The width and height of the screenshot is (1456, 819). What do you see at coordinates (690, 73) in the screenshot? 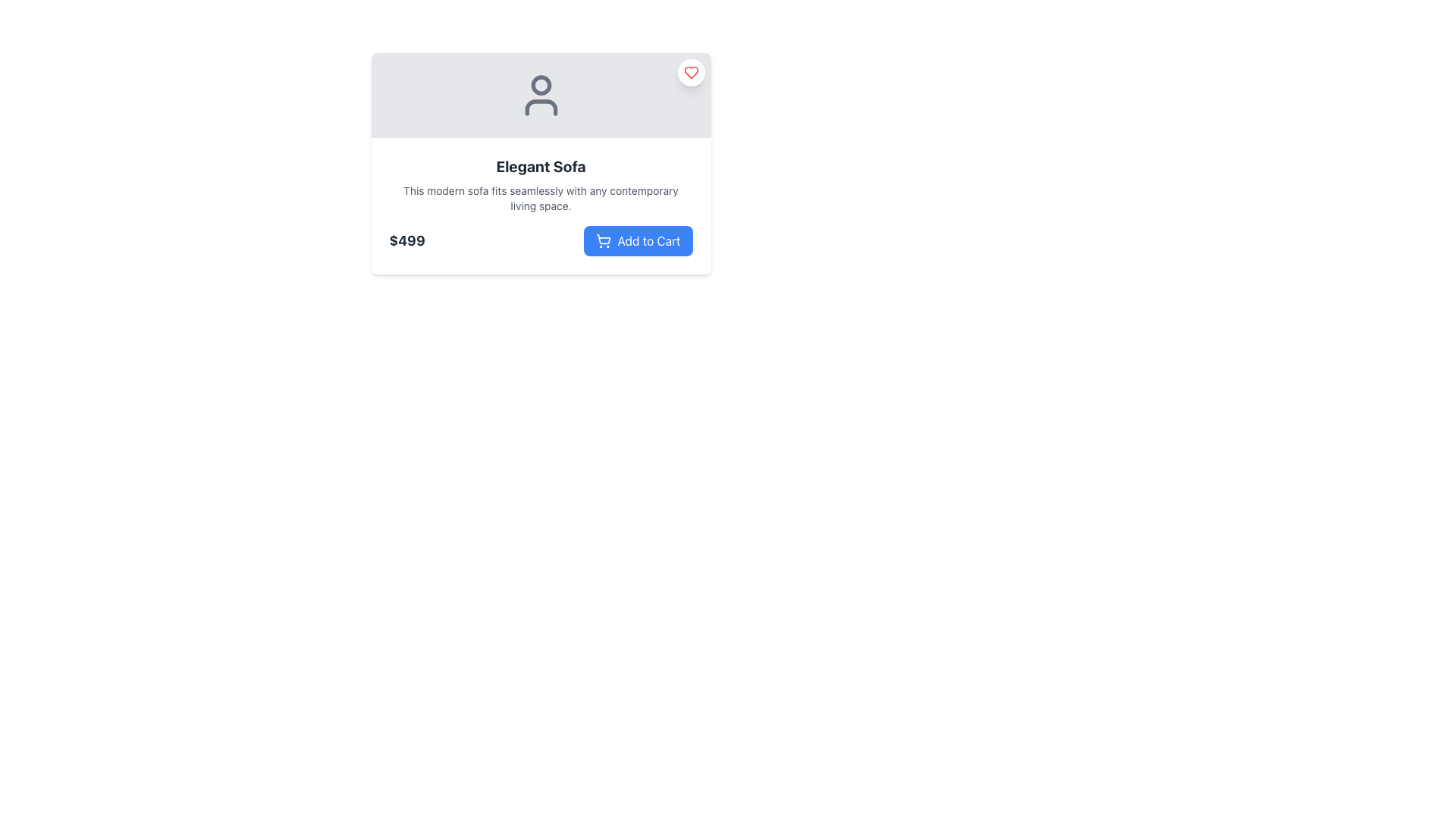
I see `the heart icon located inside the circular button at the top-right corner of the card to favorite the item` at bounding box center [690, 73].